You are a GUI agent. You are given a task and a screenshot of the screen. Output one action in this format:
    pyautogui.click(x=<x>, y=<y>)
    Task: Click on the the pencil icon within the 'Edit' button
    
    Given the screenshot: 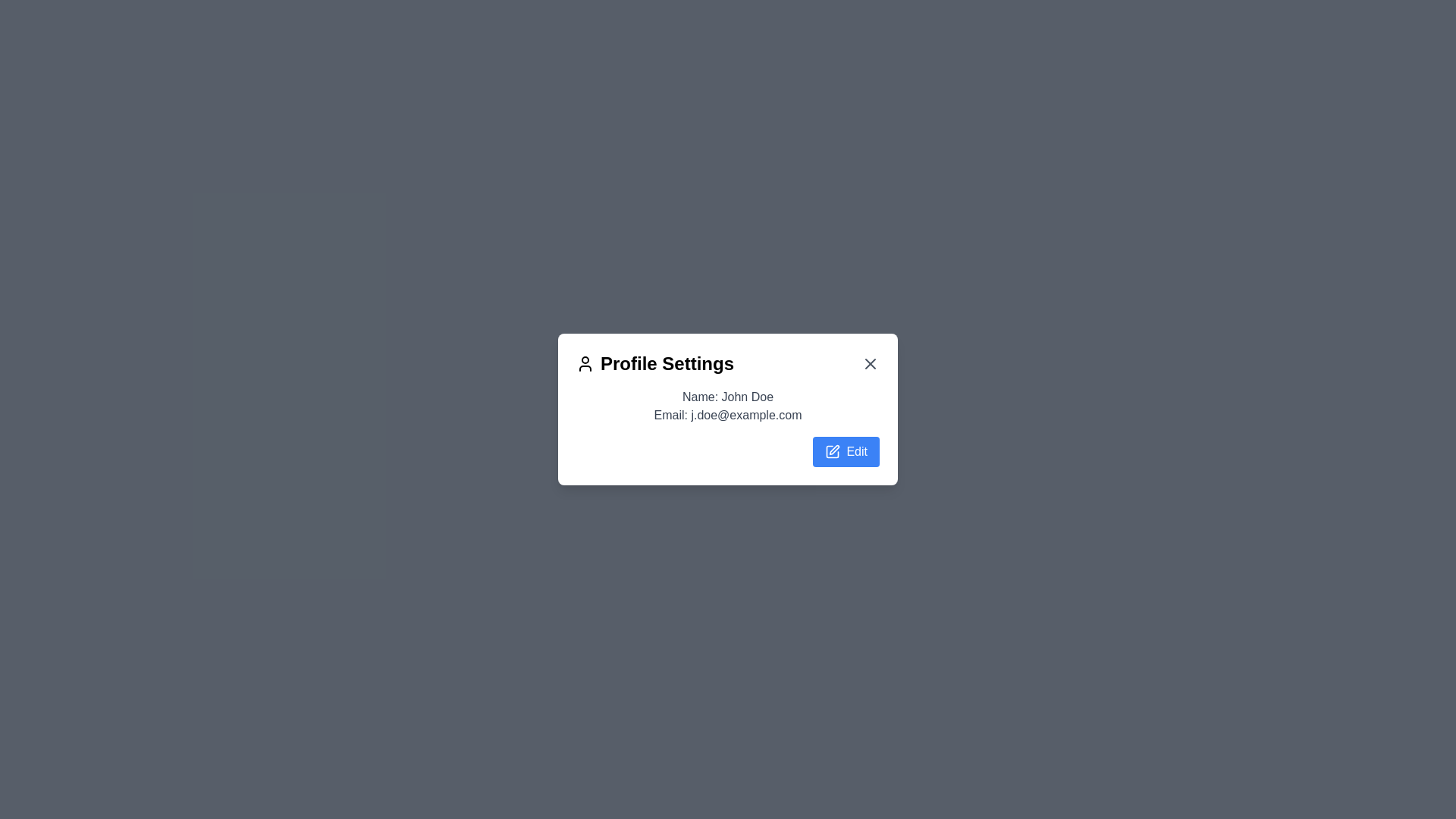 What is the action you would take?
    pyautogui.click(x=832, y=451)
    